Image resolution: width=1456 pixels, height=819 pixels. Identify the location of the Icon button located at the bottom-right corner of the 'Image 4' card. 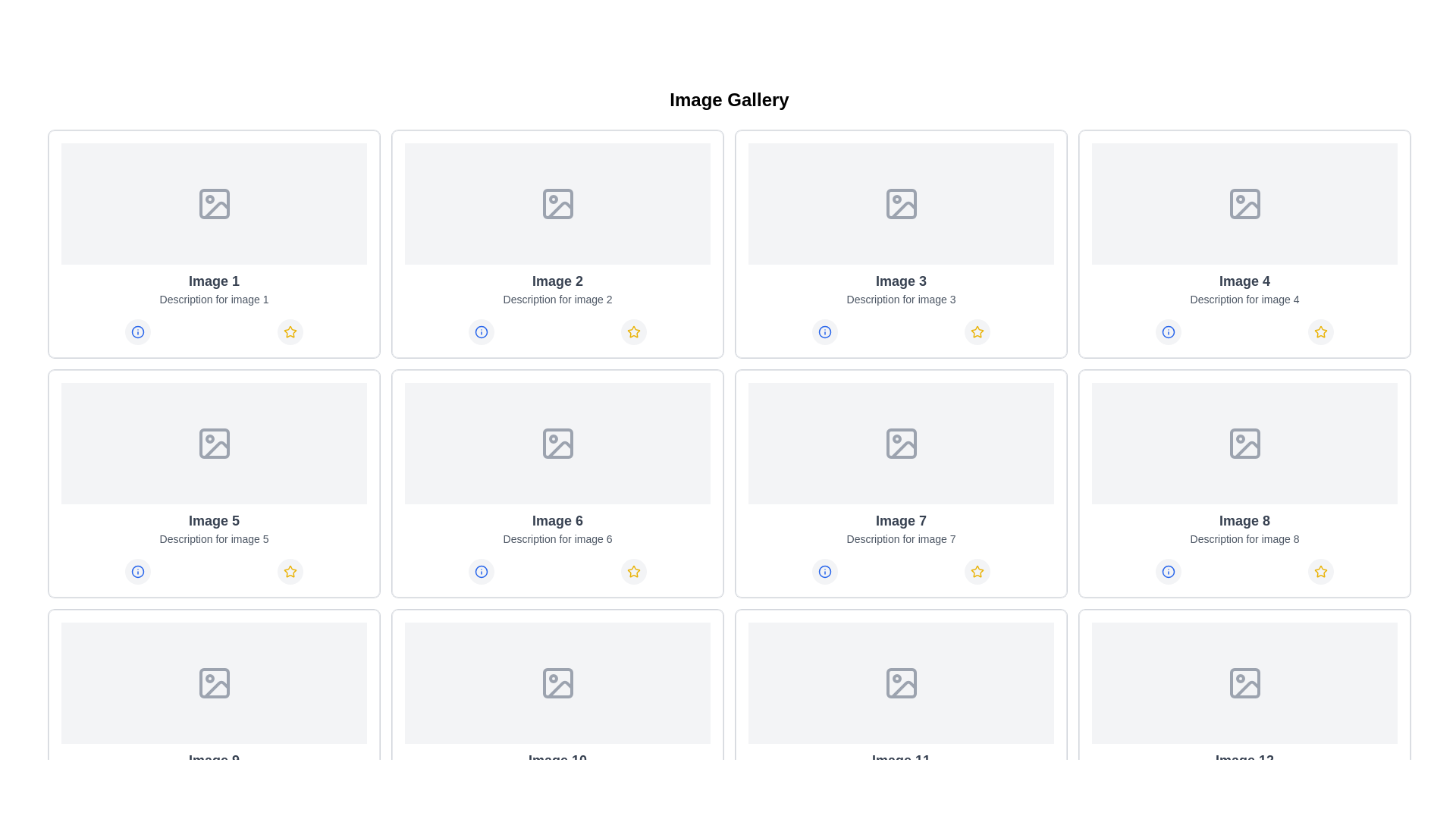
(1320, 331).